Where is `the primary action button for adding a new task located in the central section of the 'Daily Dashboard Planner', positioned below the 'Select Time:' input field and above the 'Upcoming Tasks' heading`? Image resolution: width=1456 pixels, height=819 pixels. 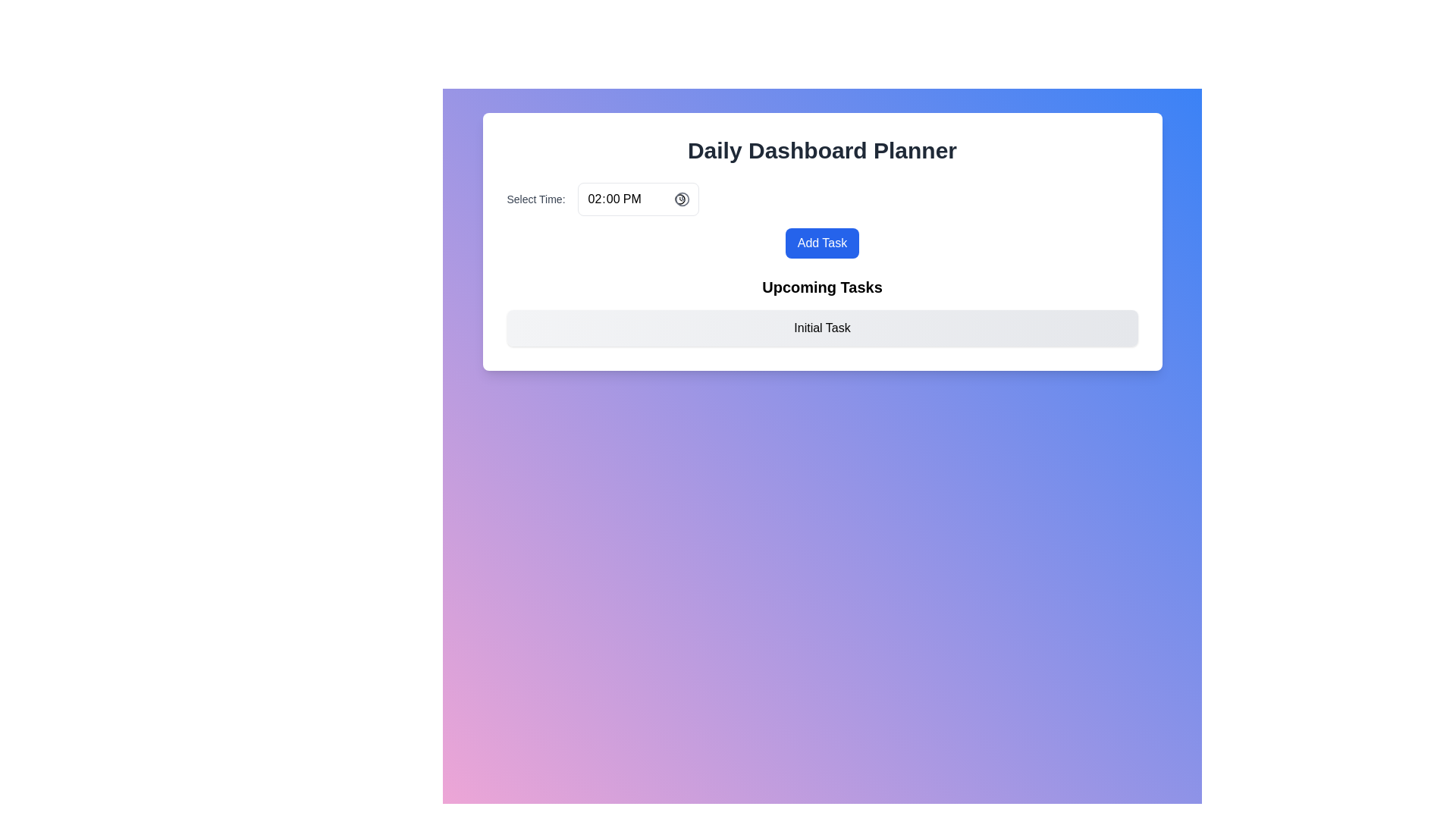
the primary action button for adding a new task located in the central section of the 'Daily Dashboard Planner', positioned below the 'Select Time:' input field and above the 'Upcoming Tasks' heading is located at coordinates (821, 242).